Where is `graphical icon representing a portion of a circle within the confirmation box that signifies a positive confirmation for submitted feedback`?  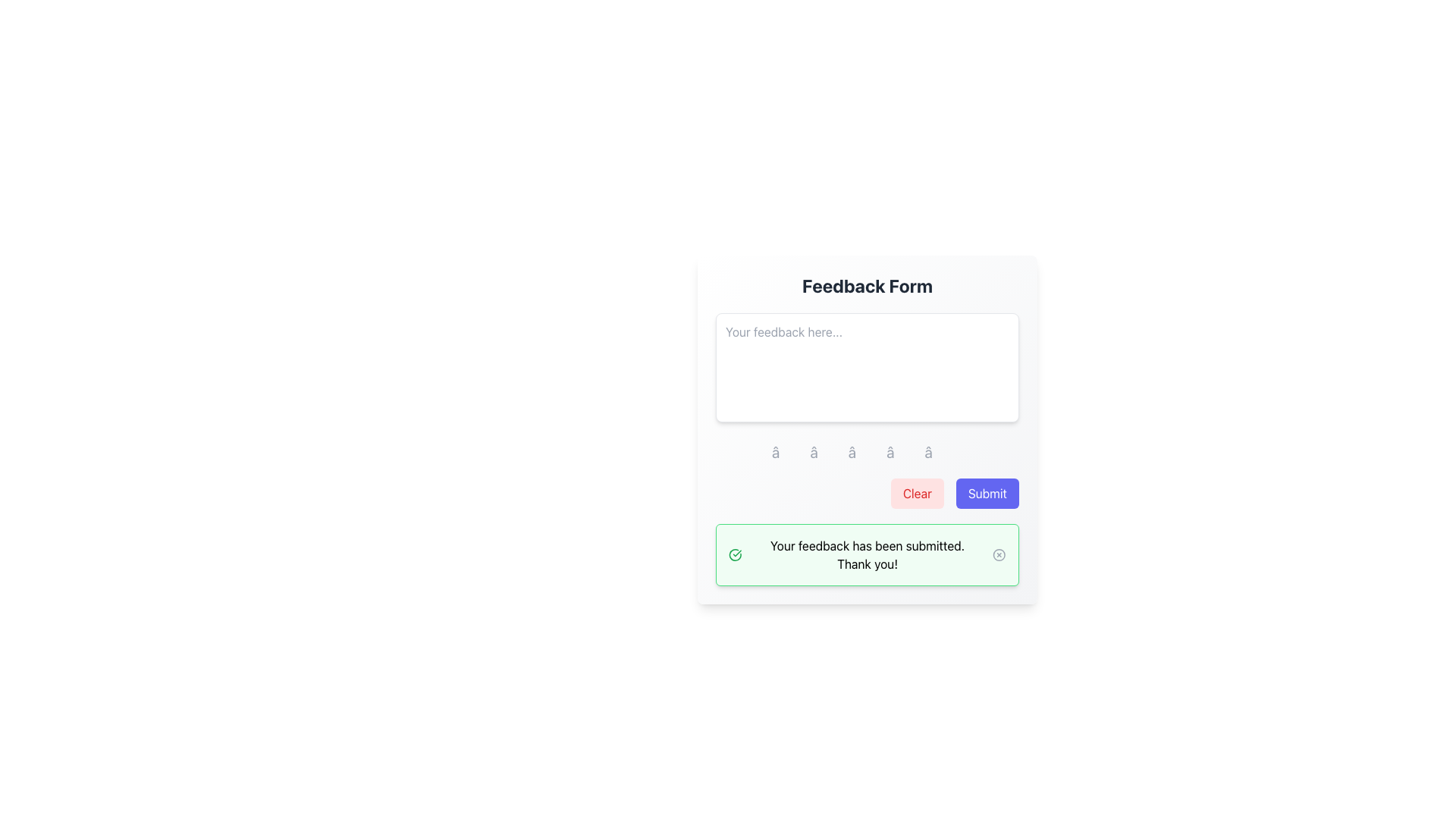 graphical icon representing a portion of a circle within the confirmation box that signifies a positive confirmation for submitted feedback is located at coordinates (735, 555).